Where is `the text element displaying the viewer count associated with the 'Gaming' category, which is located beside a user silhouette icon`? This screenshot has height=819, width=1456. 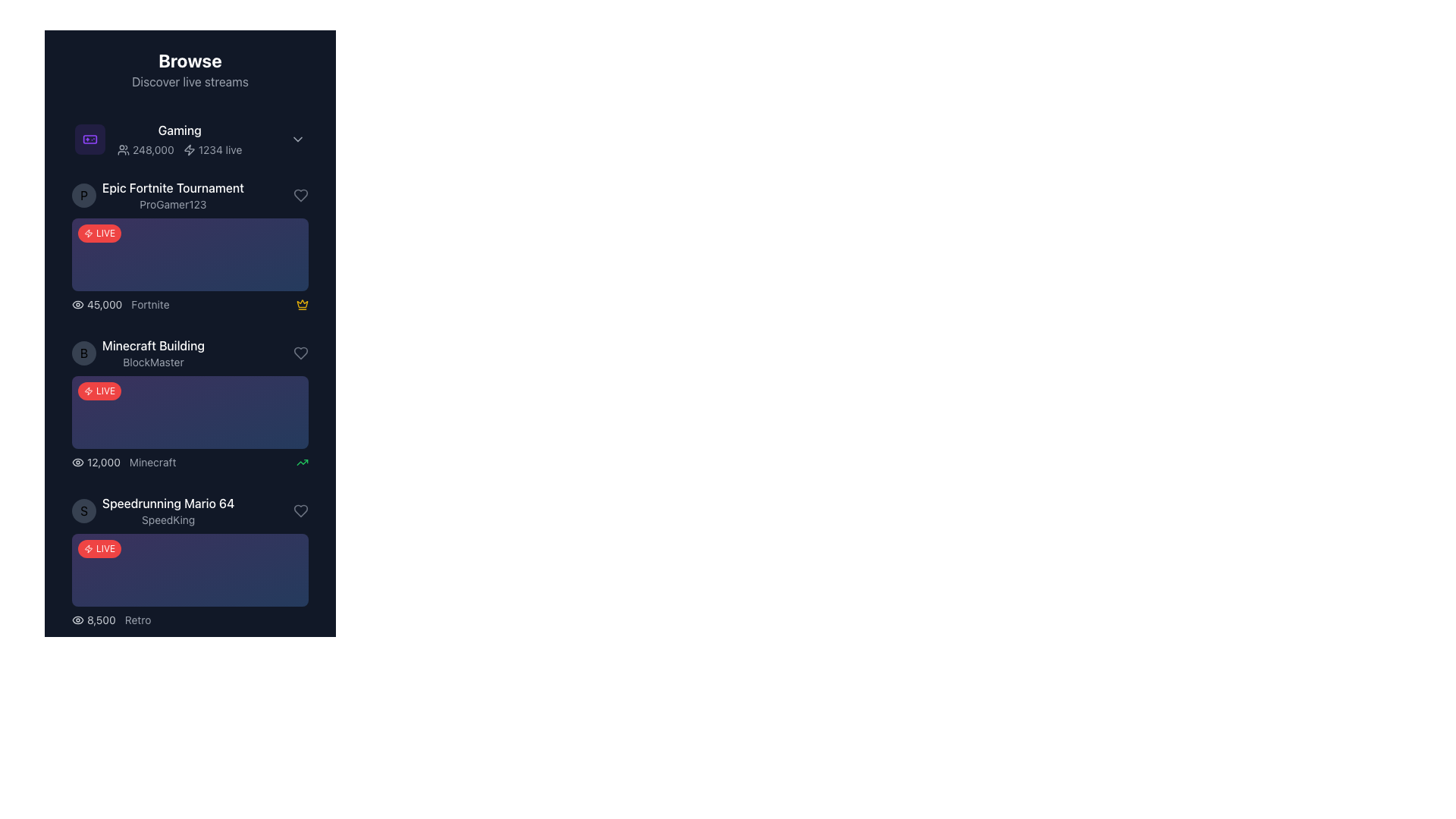
the text element displaying the viewer count associated with the 'Gaming' category, which is located beside a user silhouette icon is located at coordinates (146, 149).